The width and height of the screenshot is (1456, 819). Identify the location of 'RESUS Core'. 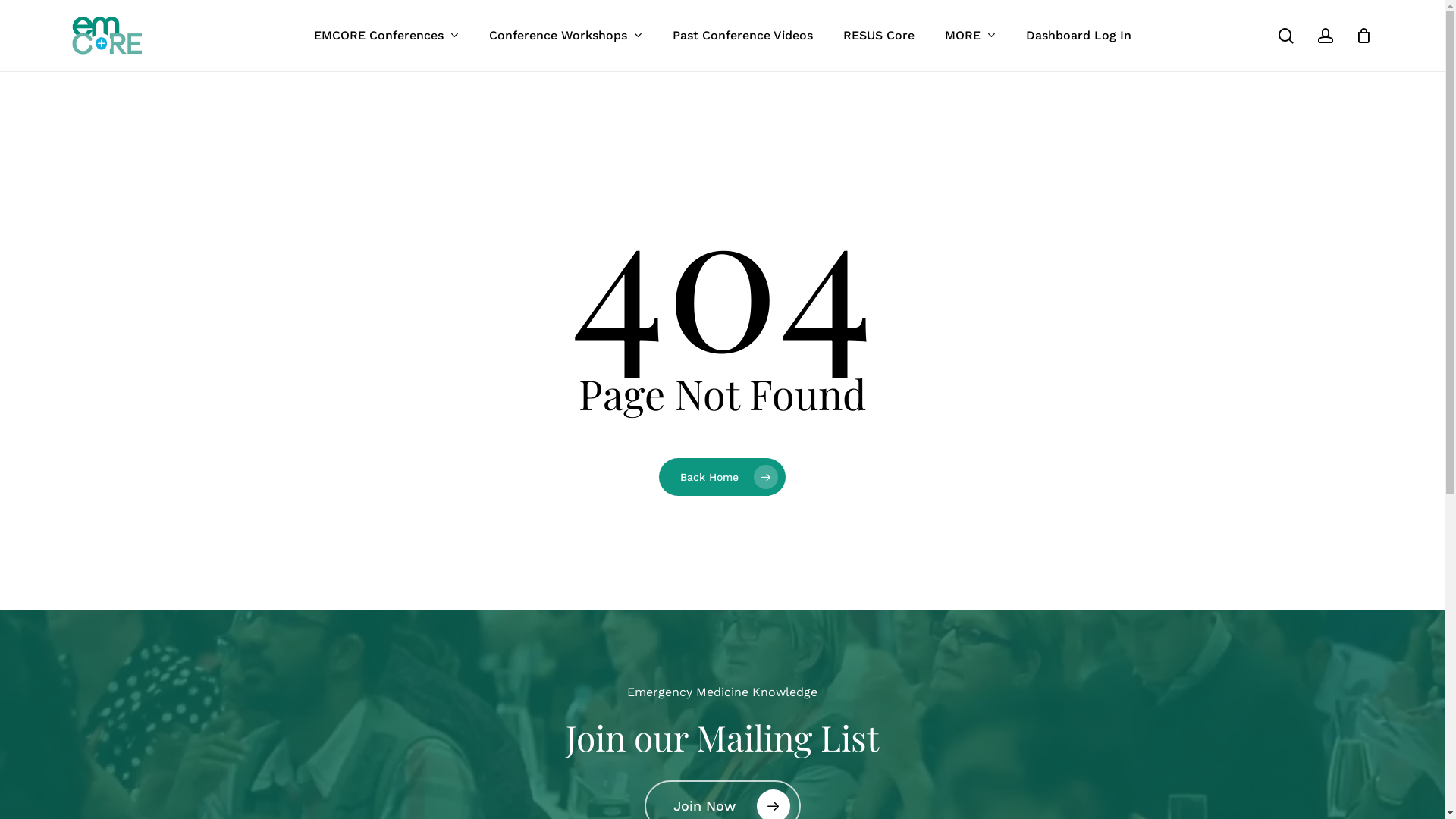
(878, 34).